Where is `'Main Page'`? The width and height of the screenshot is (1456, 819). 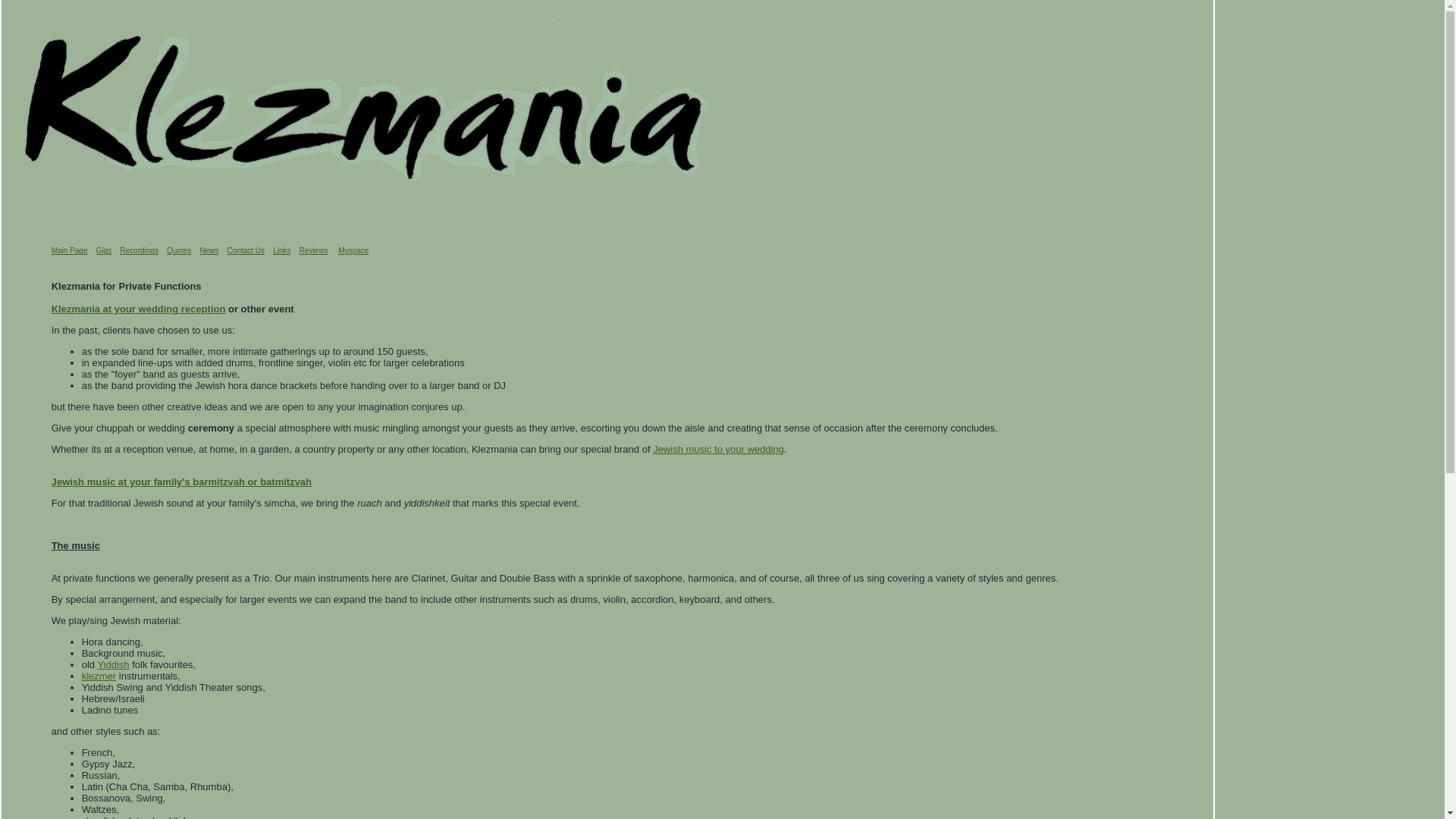 'Main Page' is located at coordinates (68, 249).